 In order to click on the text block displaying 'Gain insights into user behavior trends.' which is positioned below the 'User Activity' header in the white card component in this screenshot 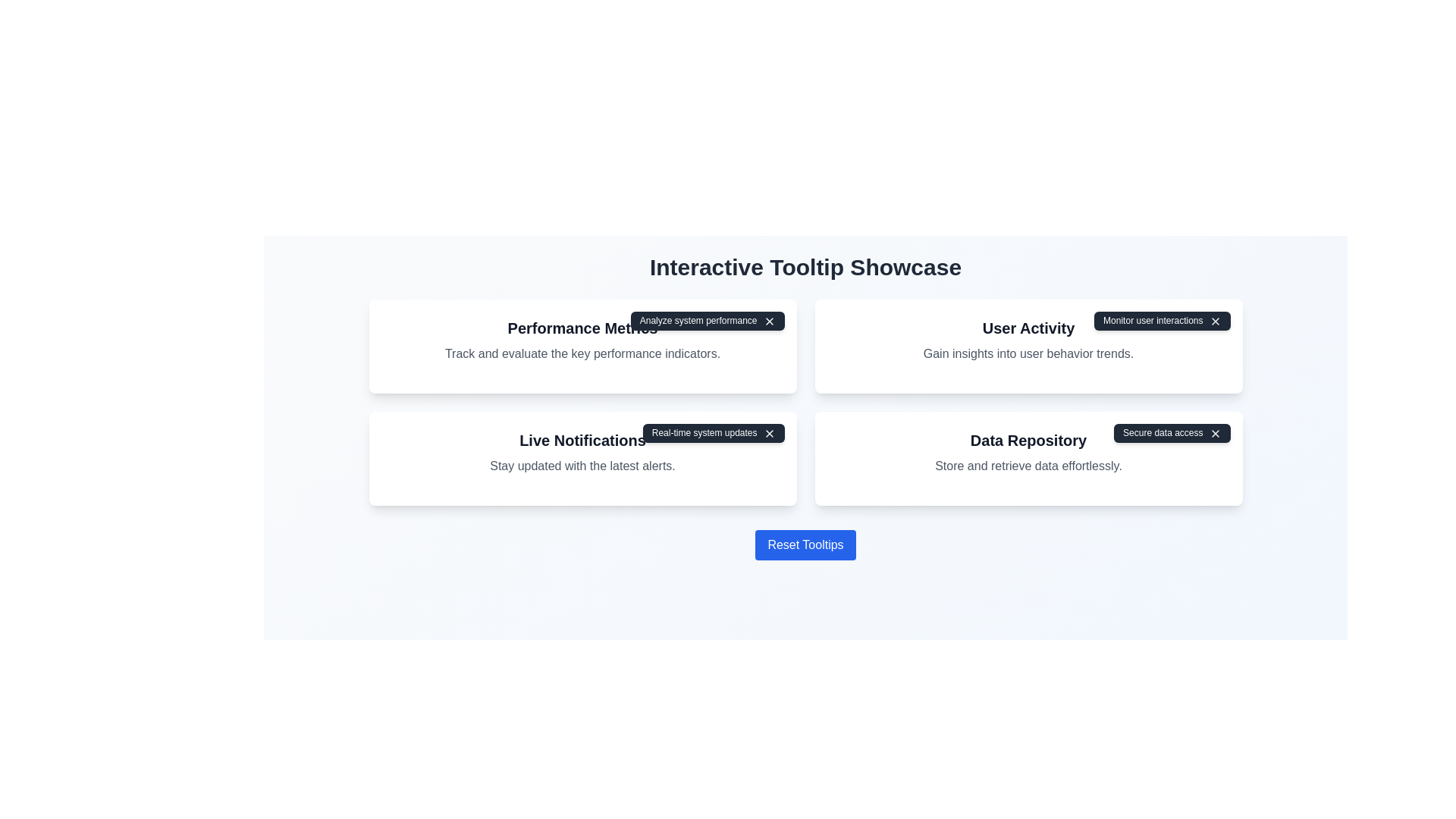, I will do `click(1028, 353)`.